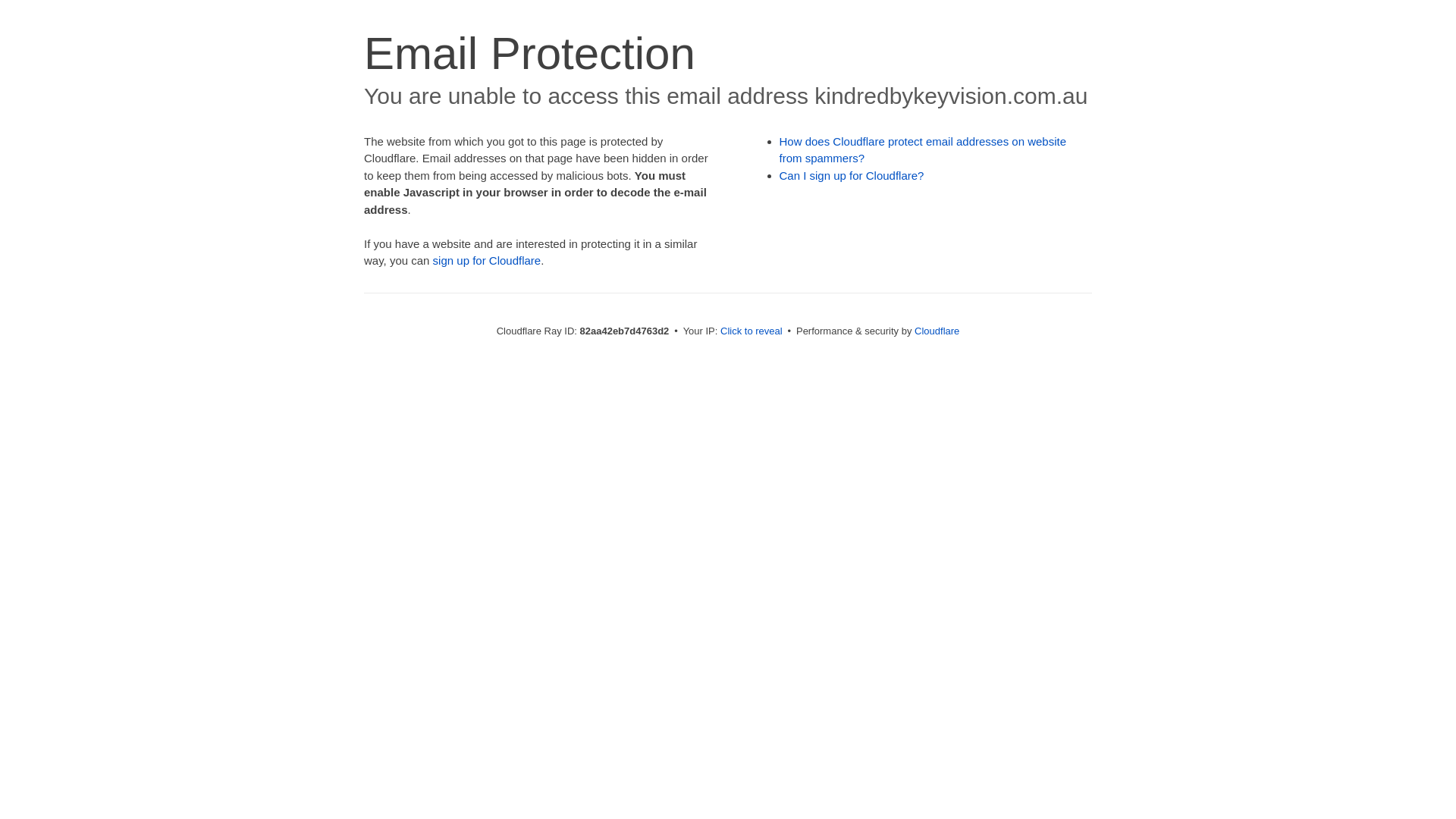 This screenshot has height=819, width=1456. Describe the element at coordinates (487, 259) in the screenshot. I see `'sign up for Cloudflare'` at that location.